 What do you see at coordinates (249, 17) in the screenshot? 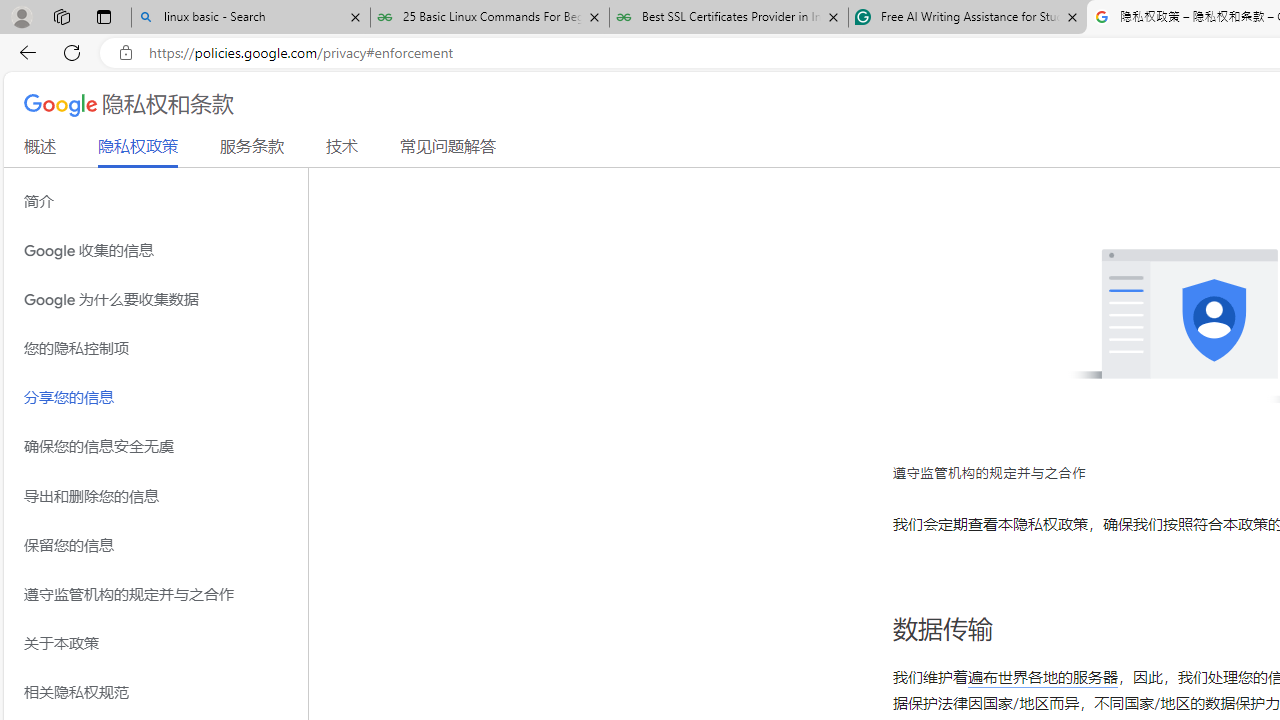
I see `'linux basic - Search'` at bounding box center [249, 17].